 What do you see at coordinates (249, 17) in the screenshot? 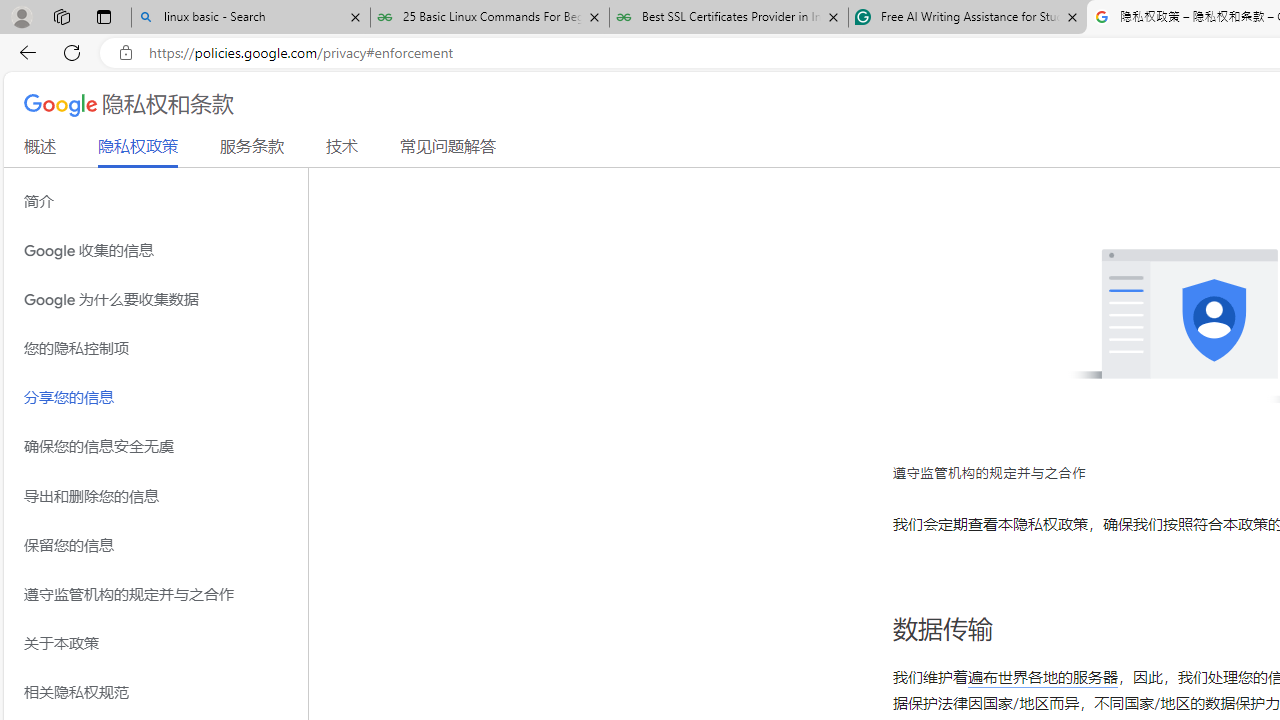
I see `'linux basic - Search'` at bounding box center [249, 17].